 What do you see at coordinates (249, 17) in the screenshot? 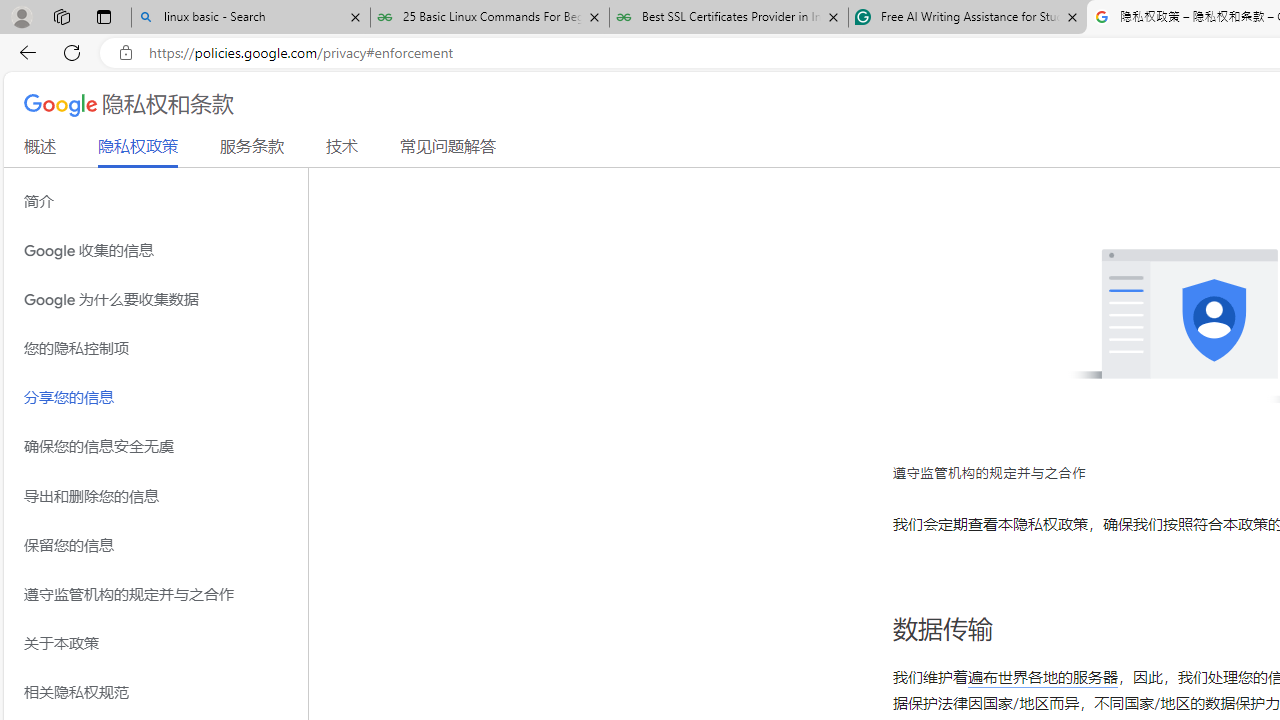
I see `'linux basic - Search'` at bounding box center [249, 17].